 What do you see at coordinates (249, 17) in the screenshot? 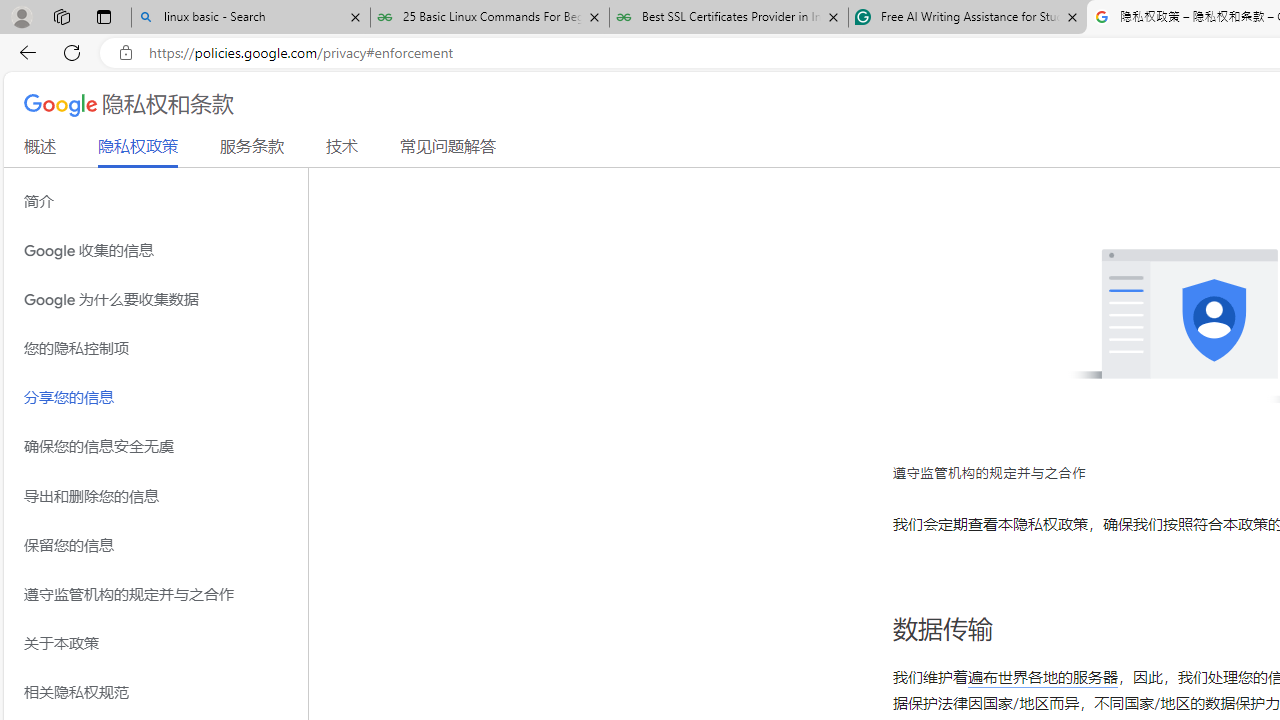
I see `'linux basic - Search'` at bounding box center [249, 17].